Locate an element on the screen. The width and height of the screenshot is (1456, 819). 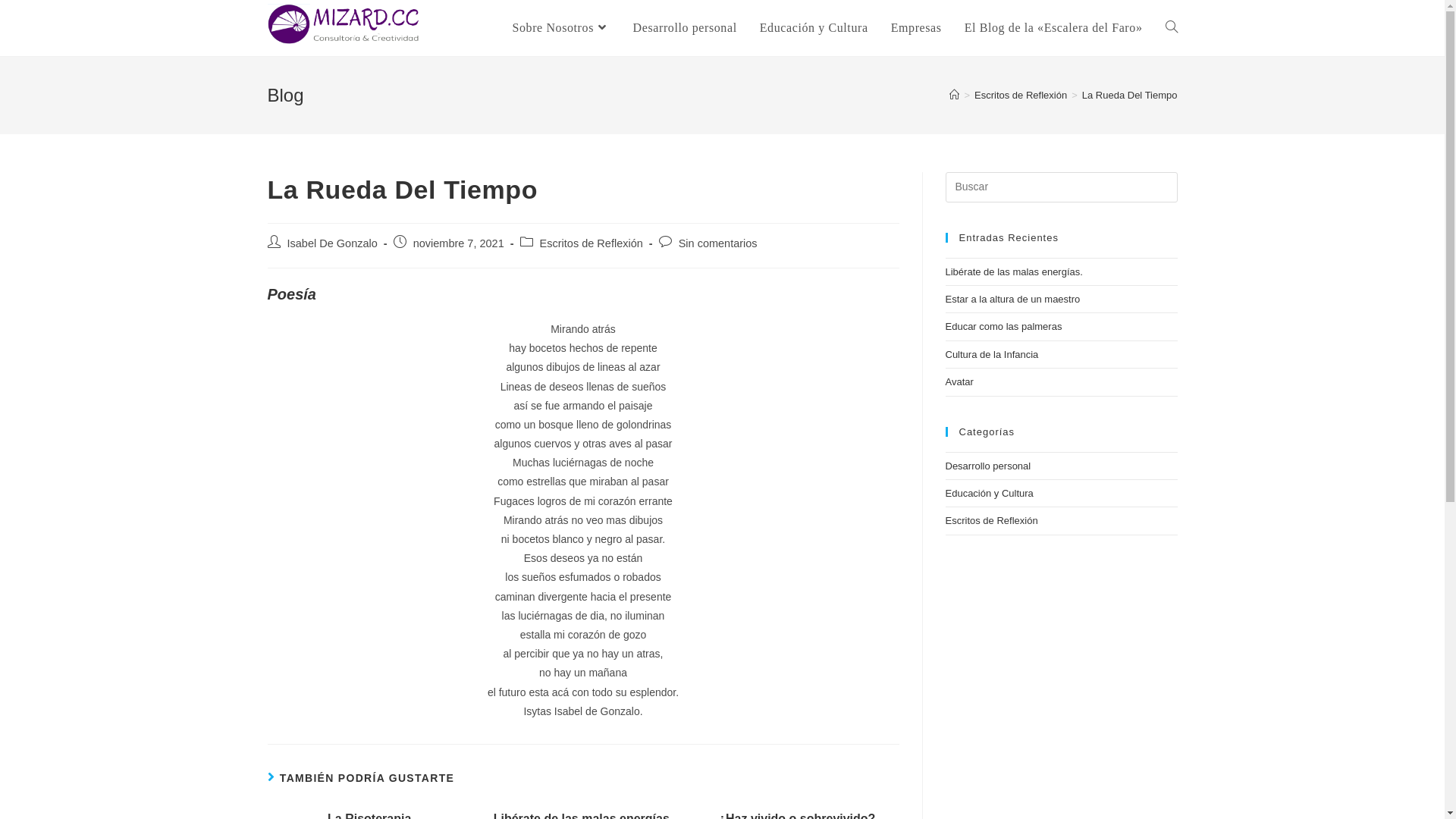
'La Rueda Del Tiempo' is located at coordinates (1129, 95).